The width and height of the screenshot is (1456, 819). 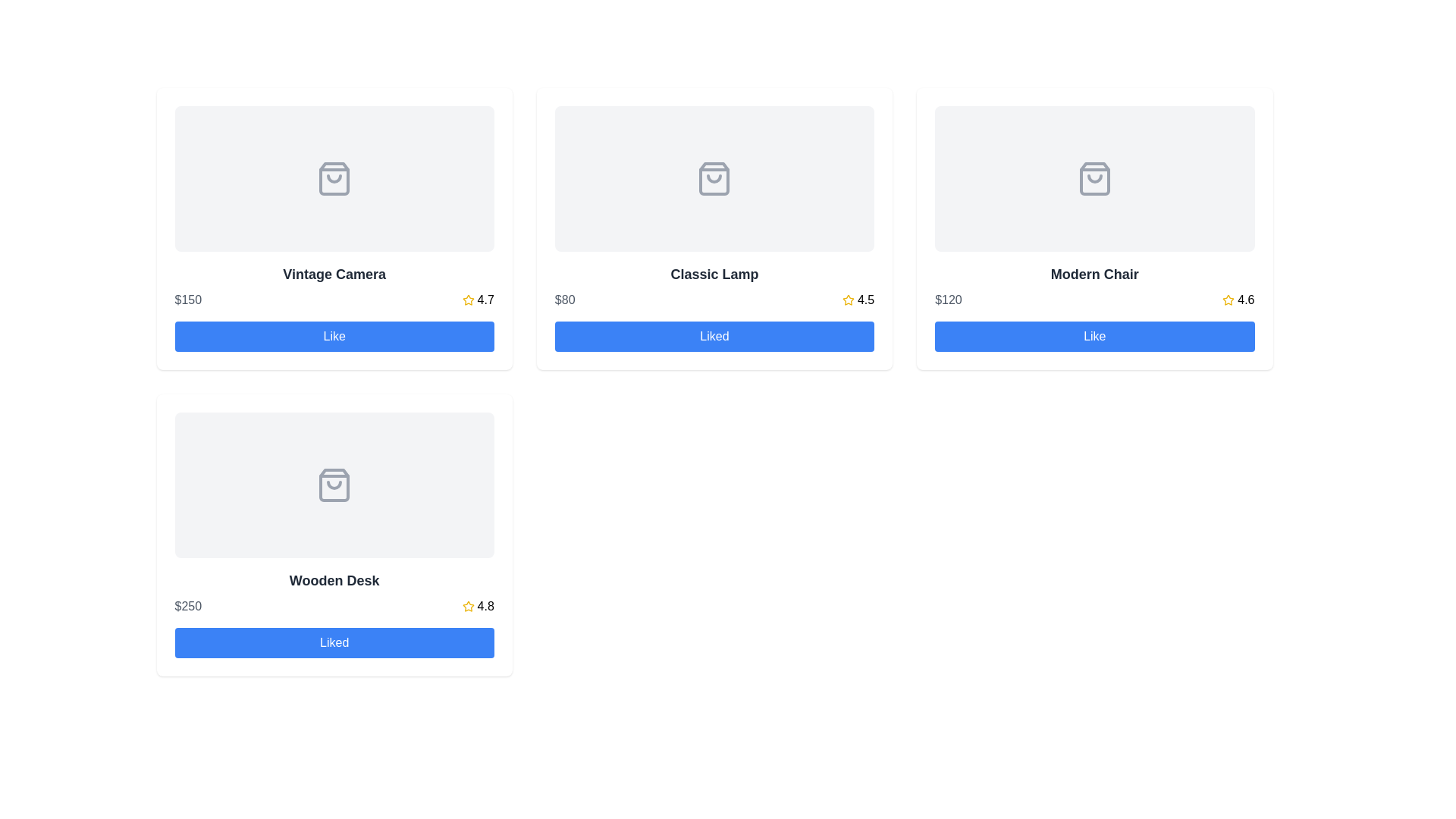 What do you see at coordinates (947, 300) in the screenshot?
I see `price displayed as '$120' in gray text, located under the 'Modern Chair' title and above the 'Like' button` at bounding box center [947, 300].